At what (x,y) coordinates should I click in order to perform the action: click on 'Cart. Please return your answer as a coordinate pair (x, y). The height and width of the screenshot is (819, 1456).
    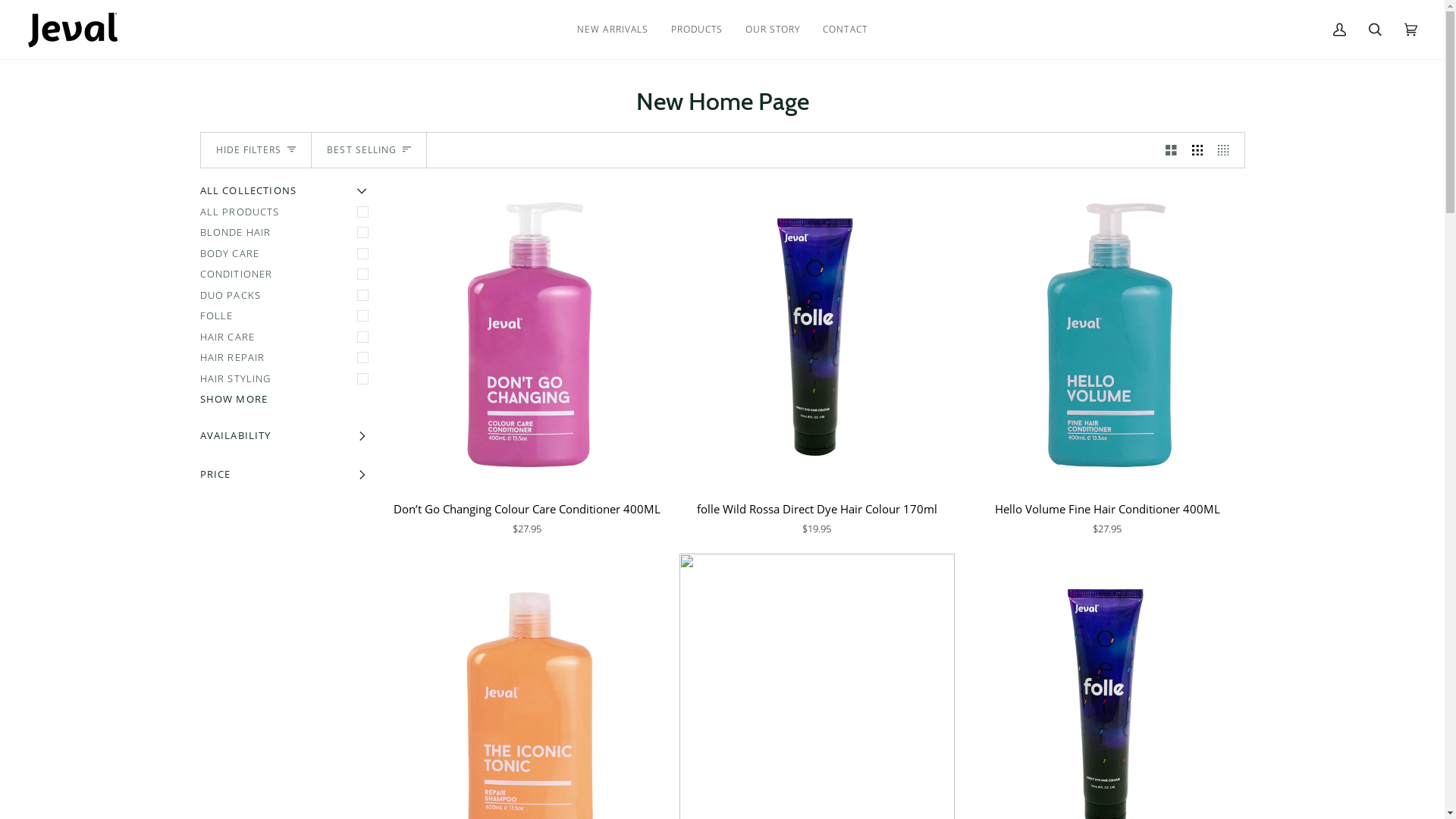
    Looking at the image, I should click on (1410, 29).